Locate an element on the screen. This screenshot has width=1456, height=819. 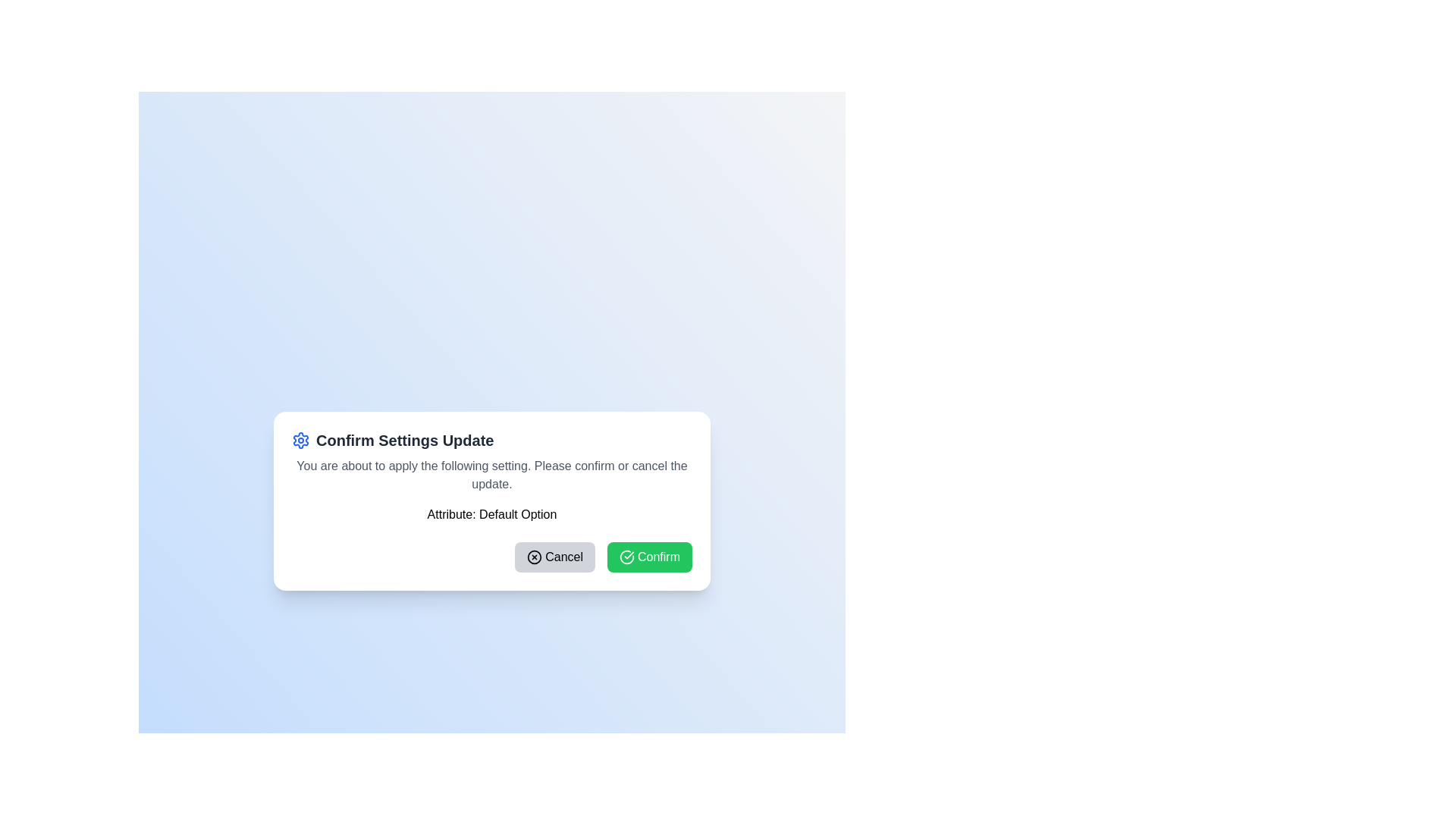
the 'Confirm' button that contains the green circular checkmark icon located in the bottom-right section of the modal dialog box is located at coordinates (626, 557).